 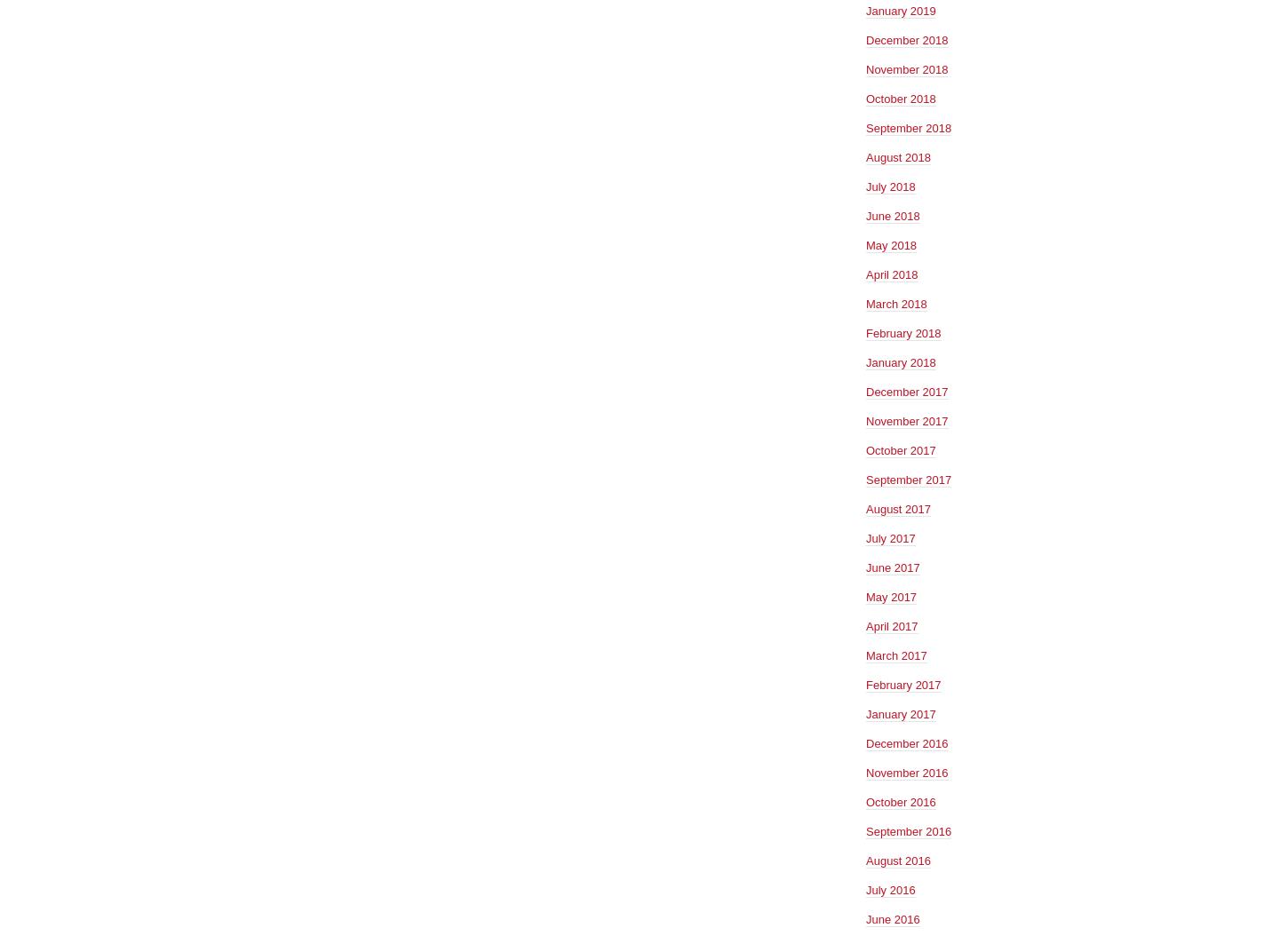 What do you see at coordinates (892, 917) in the screenshot?
I see `'June 2016'` at bounding box center [892, 917].